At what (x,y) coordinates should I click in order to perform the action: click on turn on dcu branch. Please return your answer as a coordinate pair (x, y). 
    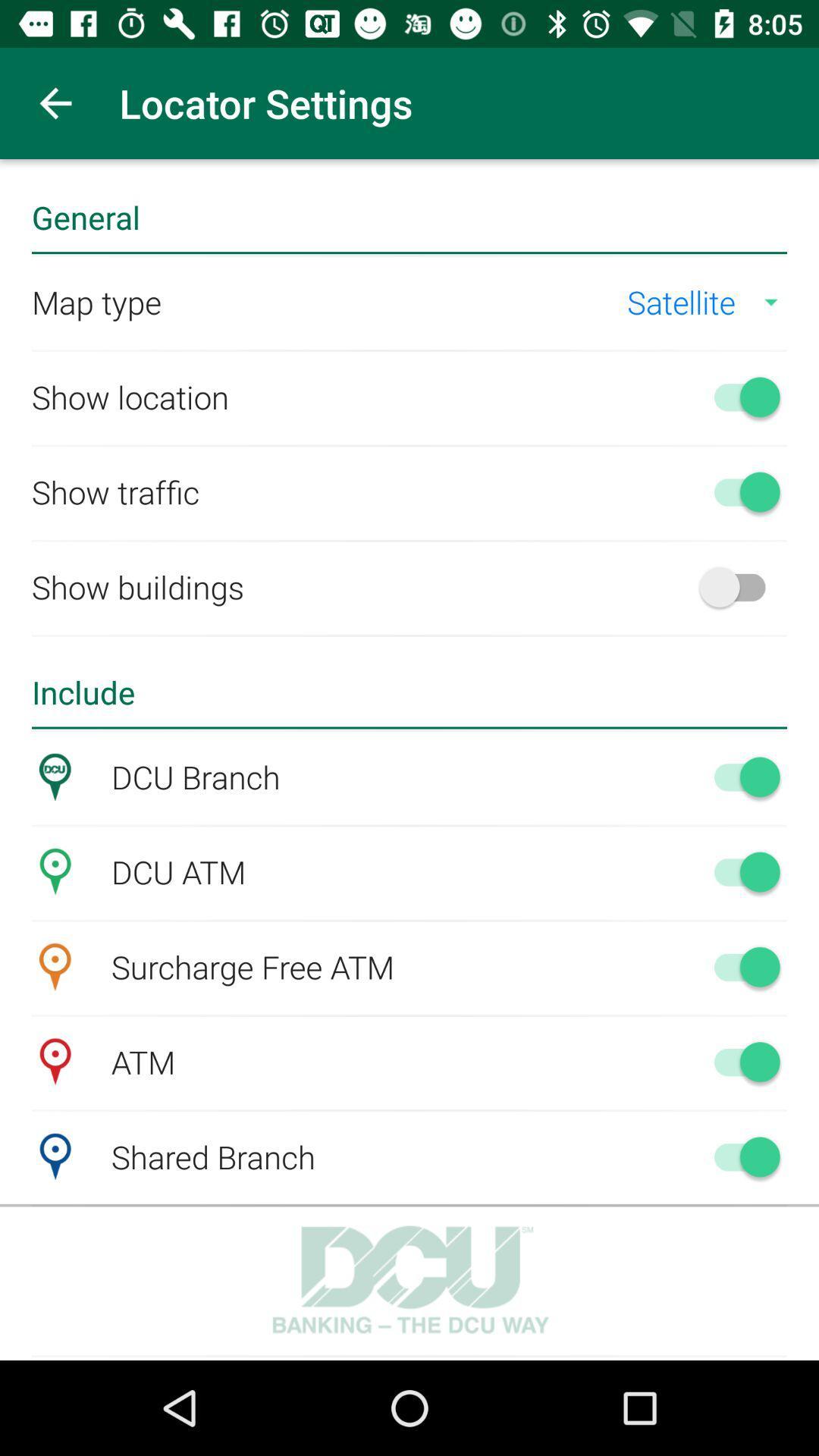
    Looking at the image, I should click on (739, 777).